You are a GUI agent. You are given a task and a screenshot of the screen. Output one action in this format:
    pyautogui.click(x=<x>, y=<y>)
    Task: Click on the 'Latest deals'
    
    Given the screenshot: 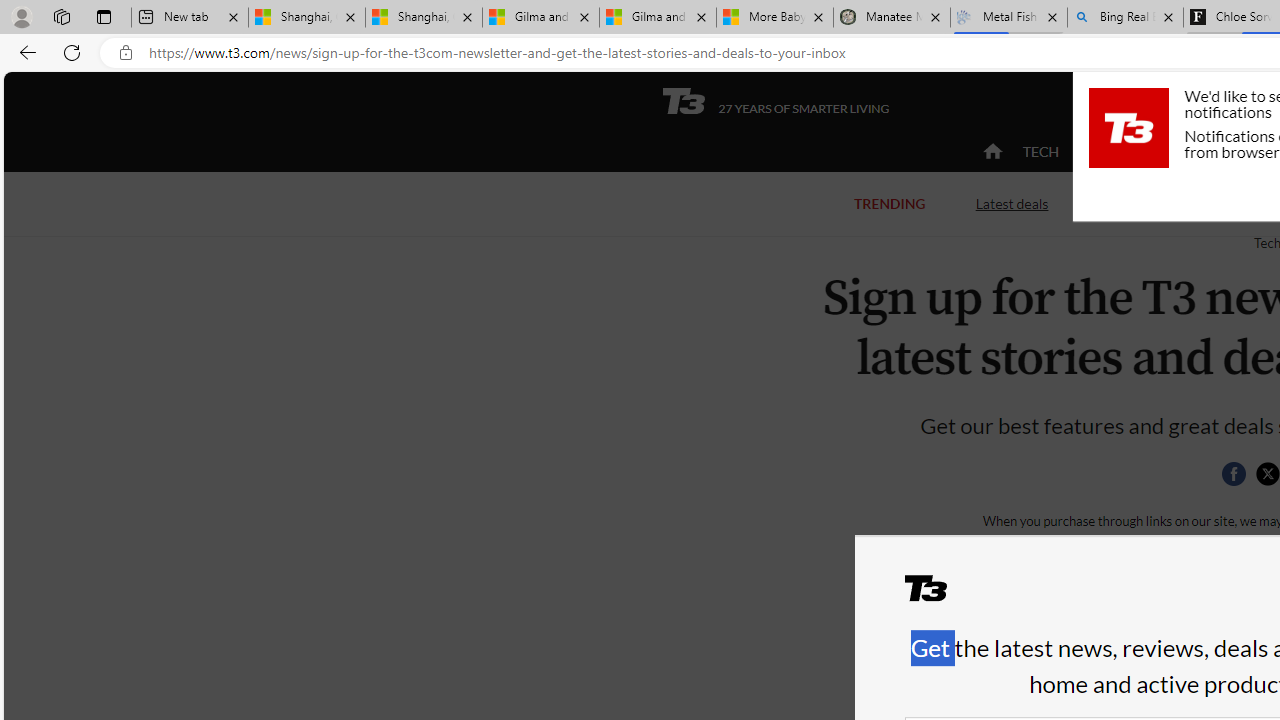 What is the action you would take?
    pyautogui.click(x=1011, y=203)
    